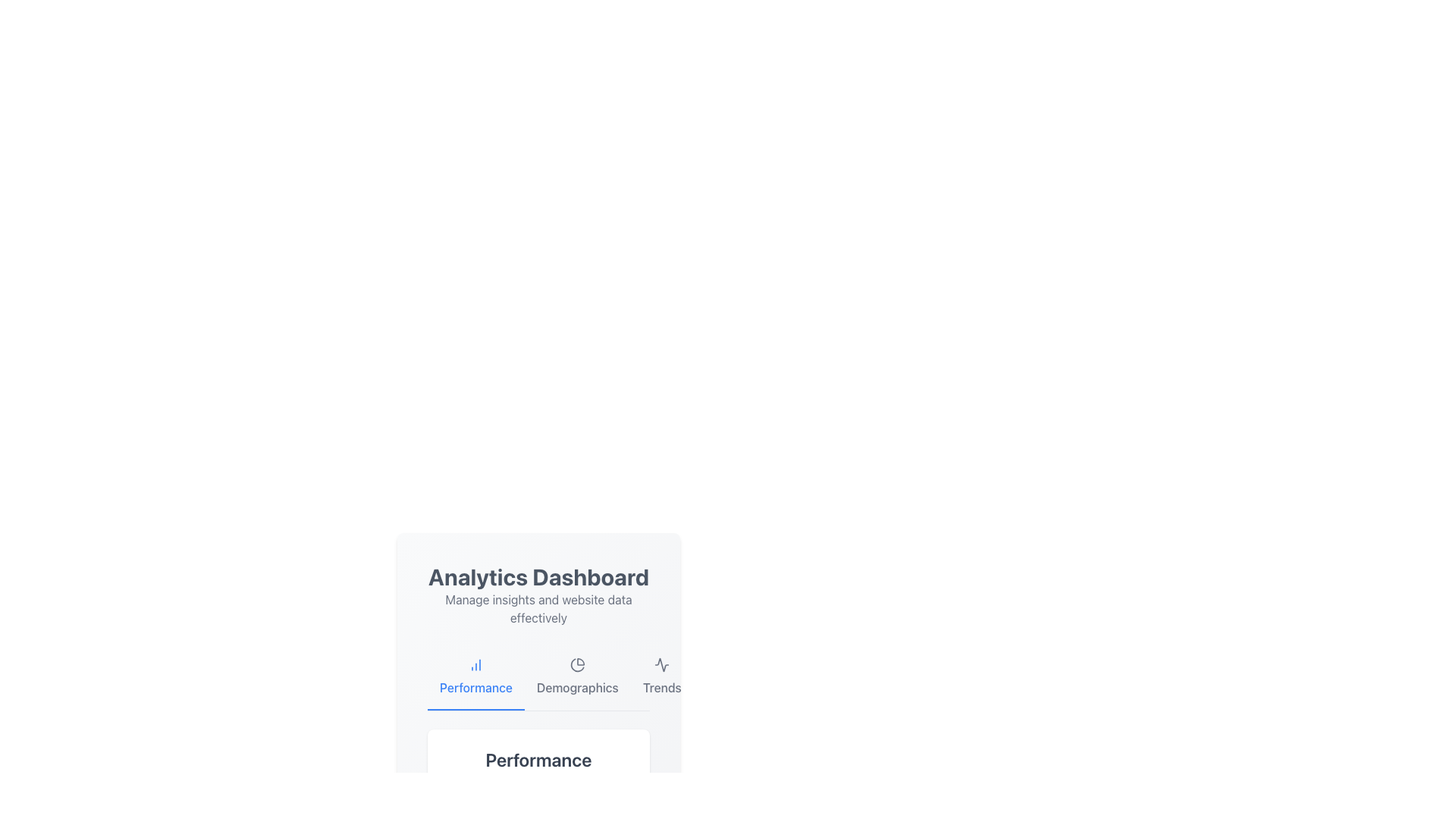 This screenshot has width=1456, height=819. I want to click on text of the header labeled 'Analytics Dashboard', which is a bold and large text positioned at the top of the section, so click(538, 576).